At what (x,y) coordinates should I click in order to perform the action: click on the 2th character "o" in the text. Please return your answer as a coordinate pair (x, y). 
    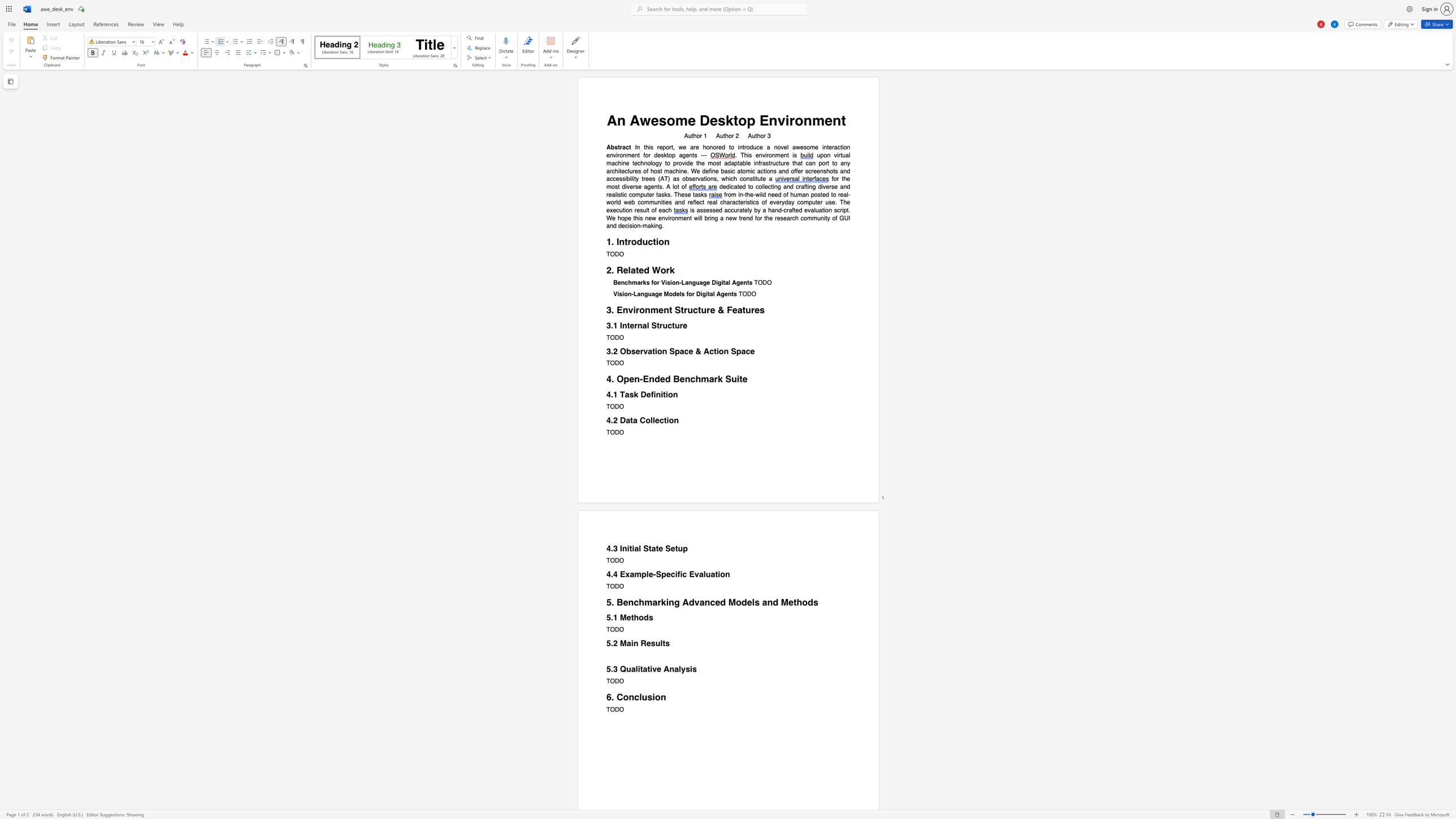
    Looking at the image, I should click on (657, 696).